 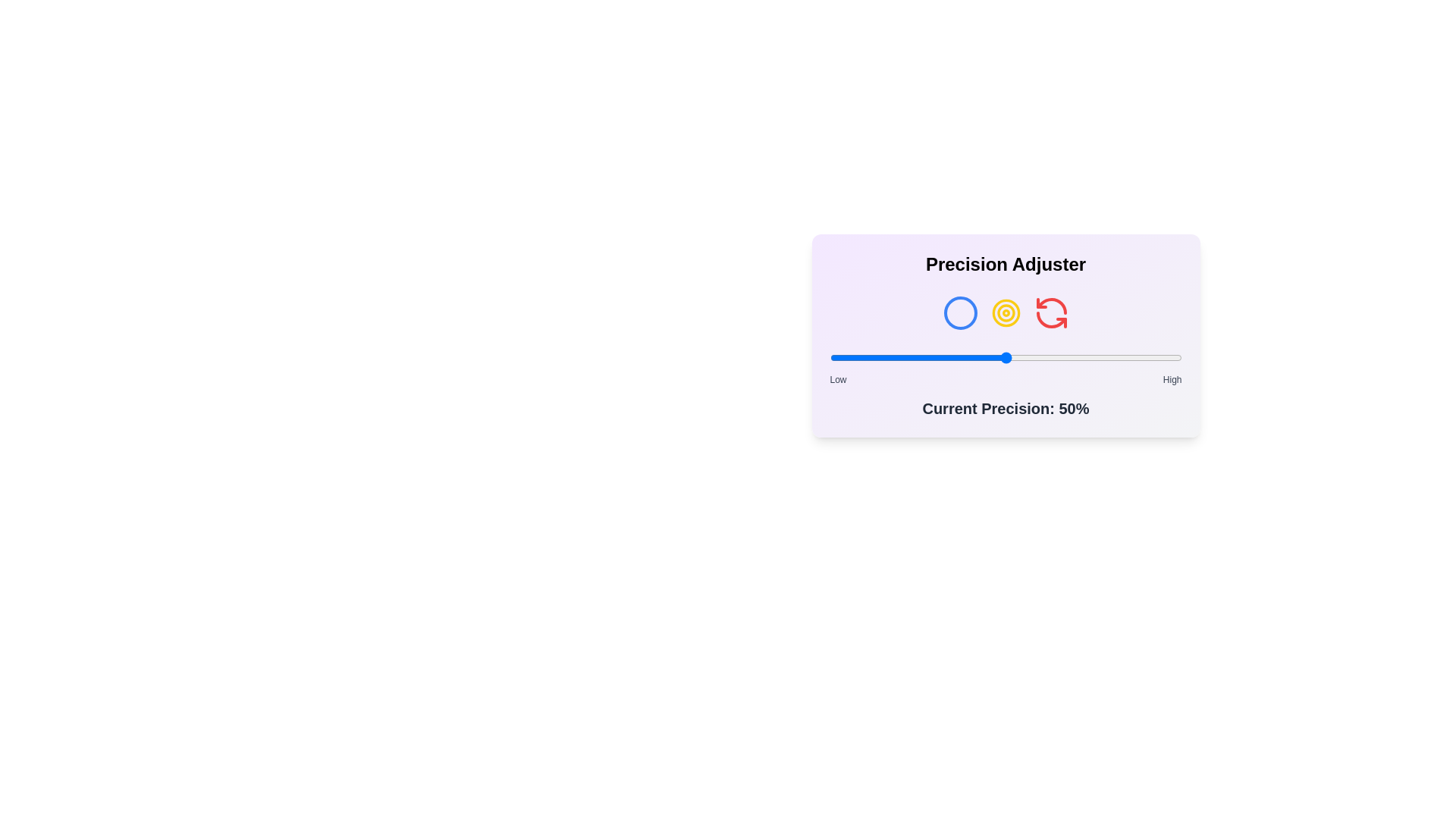 I want to click on the precision slider to 93%, so click(x=1156, y=357).